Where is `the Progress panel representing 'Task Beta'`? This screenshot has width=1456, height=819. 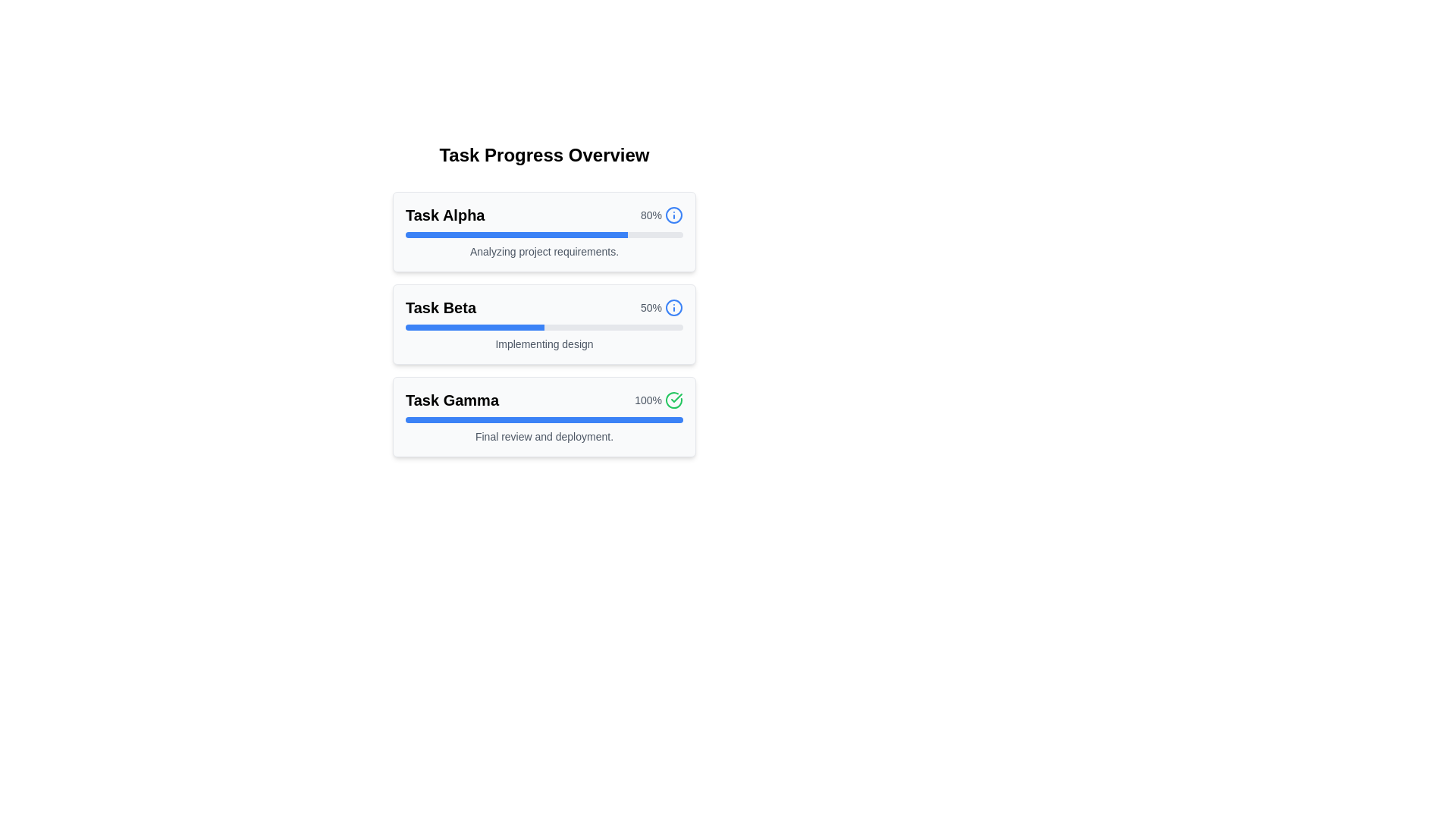 the Progress panel representing 'Task Beta' is located at coordinates (544, 324).